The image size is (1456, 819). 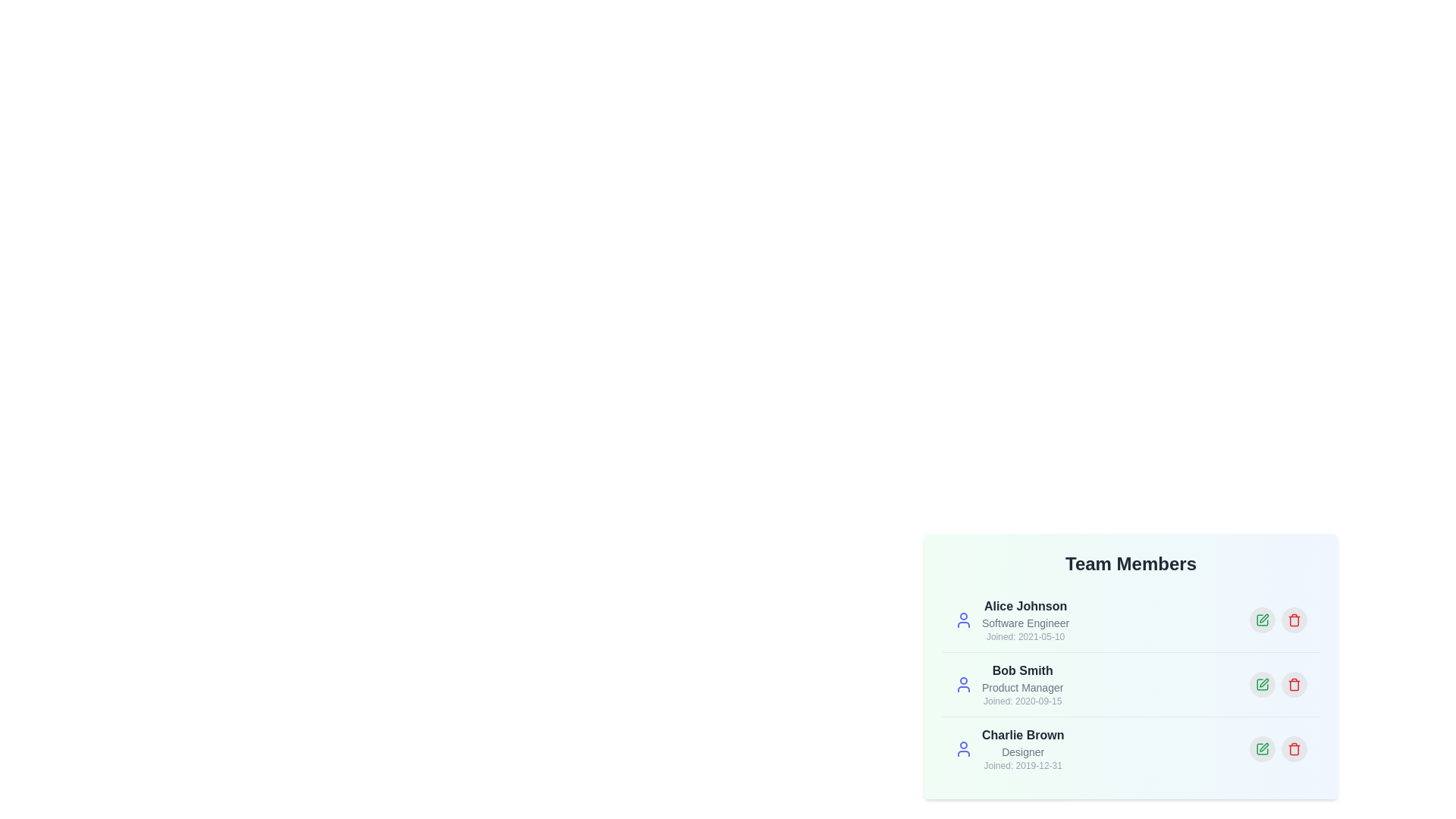 What do you see at coordinates (1263, 620) in the screenshot?
I see `edit button for the user profile Alice Johnson` at bounding box center [1263, 620].